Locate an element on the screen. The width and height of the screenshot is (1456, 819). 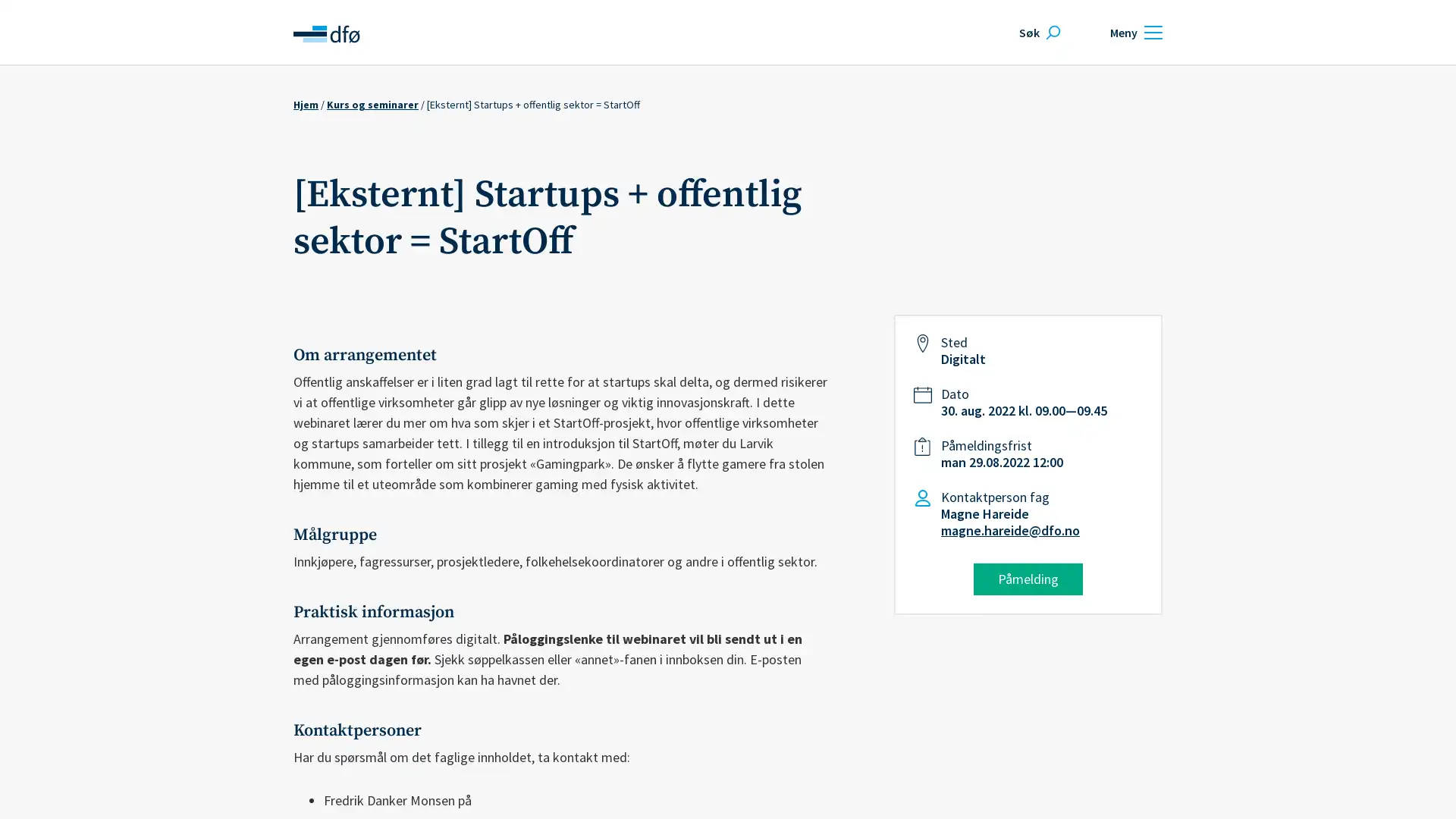
Sk is located at coordinates (1037, 32).